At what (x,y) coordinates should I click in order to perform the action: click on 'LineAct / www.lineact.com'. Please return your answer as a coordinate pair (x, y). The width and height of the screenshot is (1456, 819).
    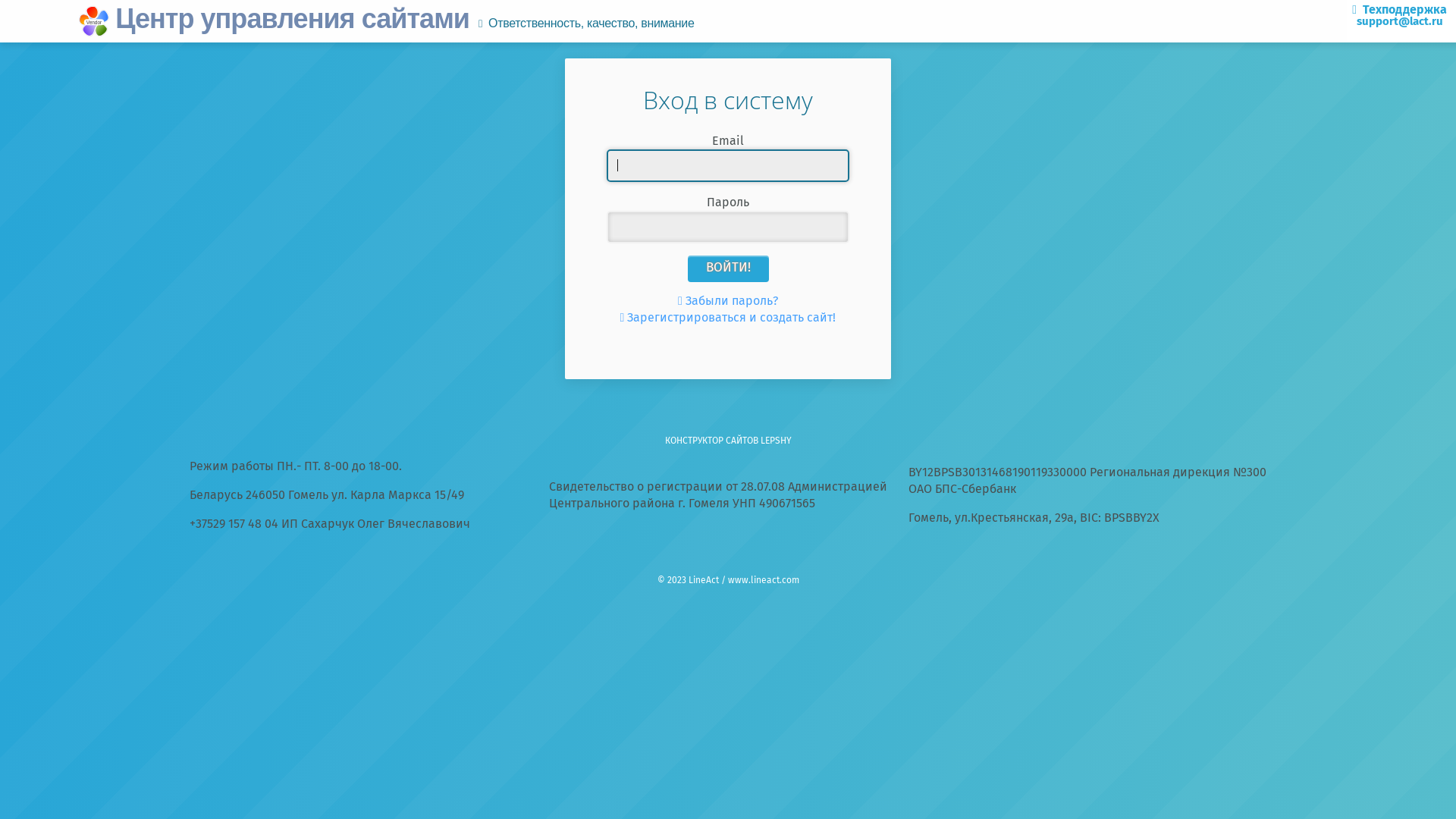
    Looking at the image, I should click on (687, 580).